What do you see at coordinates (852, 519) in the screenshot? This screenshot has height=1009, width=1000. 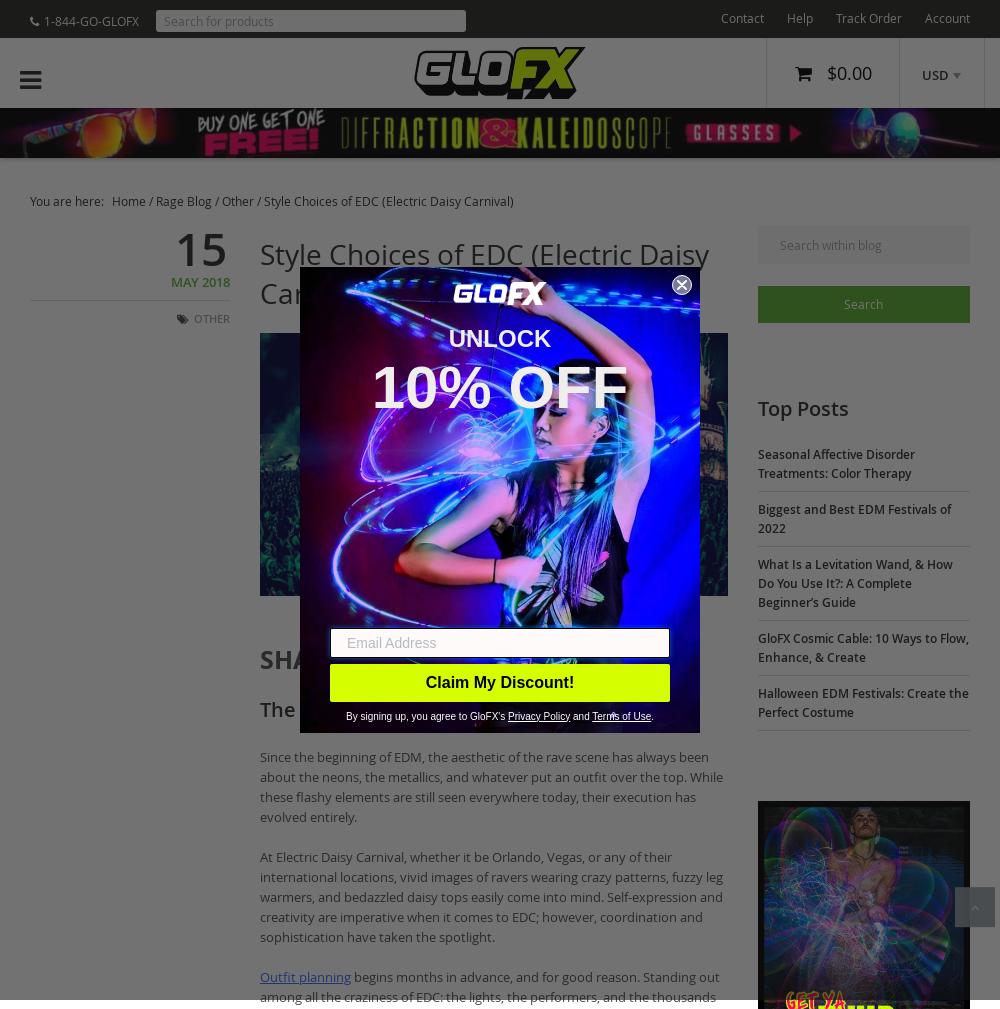 I see `'​​Biggest and Best EDM Festivals of 2022'` at bounding box center [852, 519].